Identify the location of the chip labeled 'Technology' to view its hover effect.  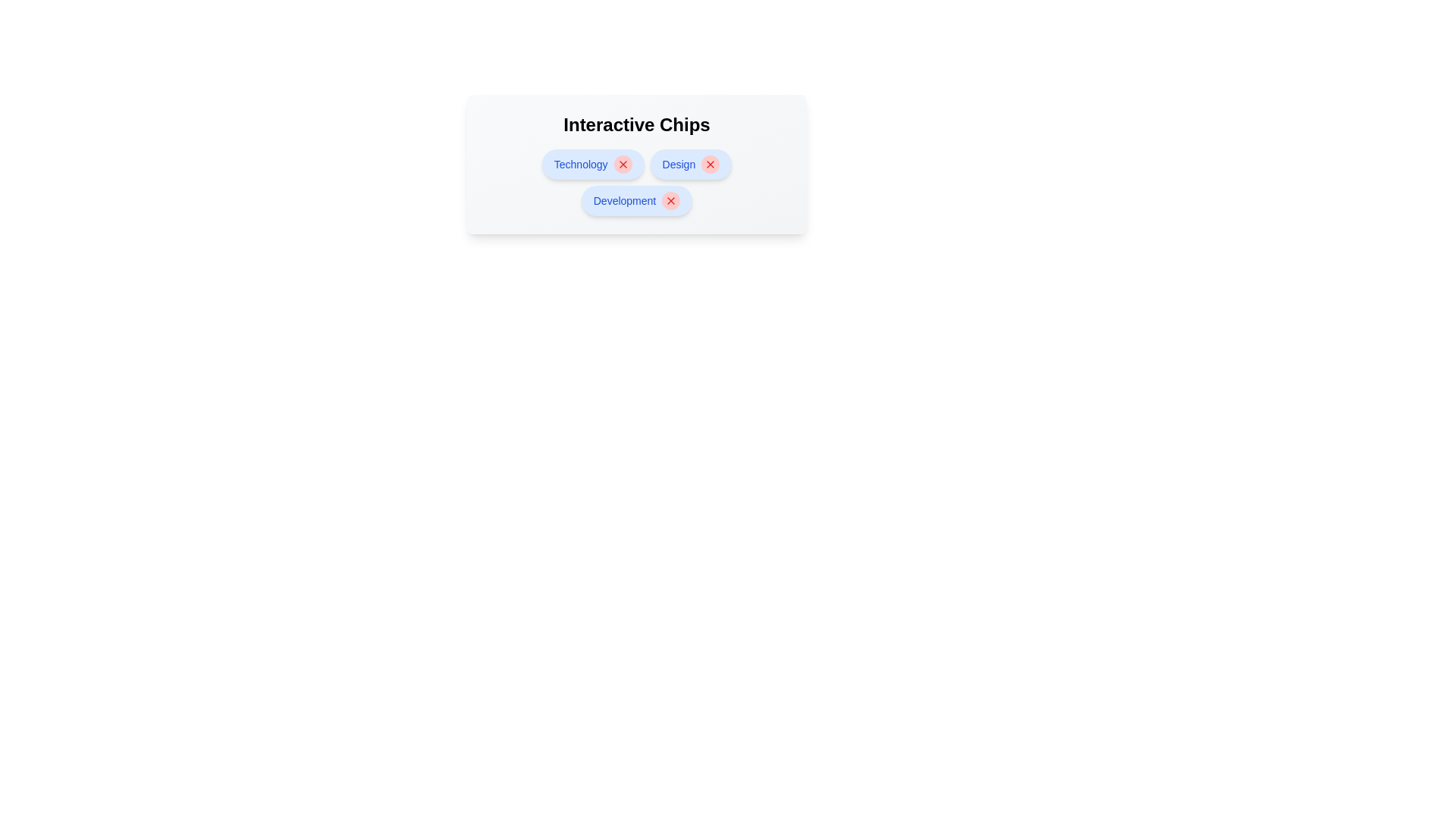
(592, 164).